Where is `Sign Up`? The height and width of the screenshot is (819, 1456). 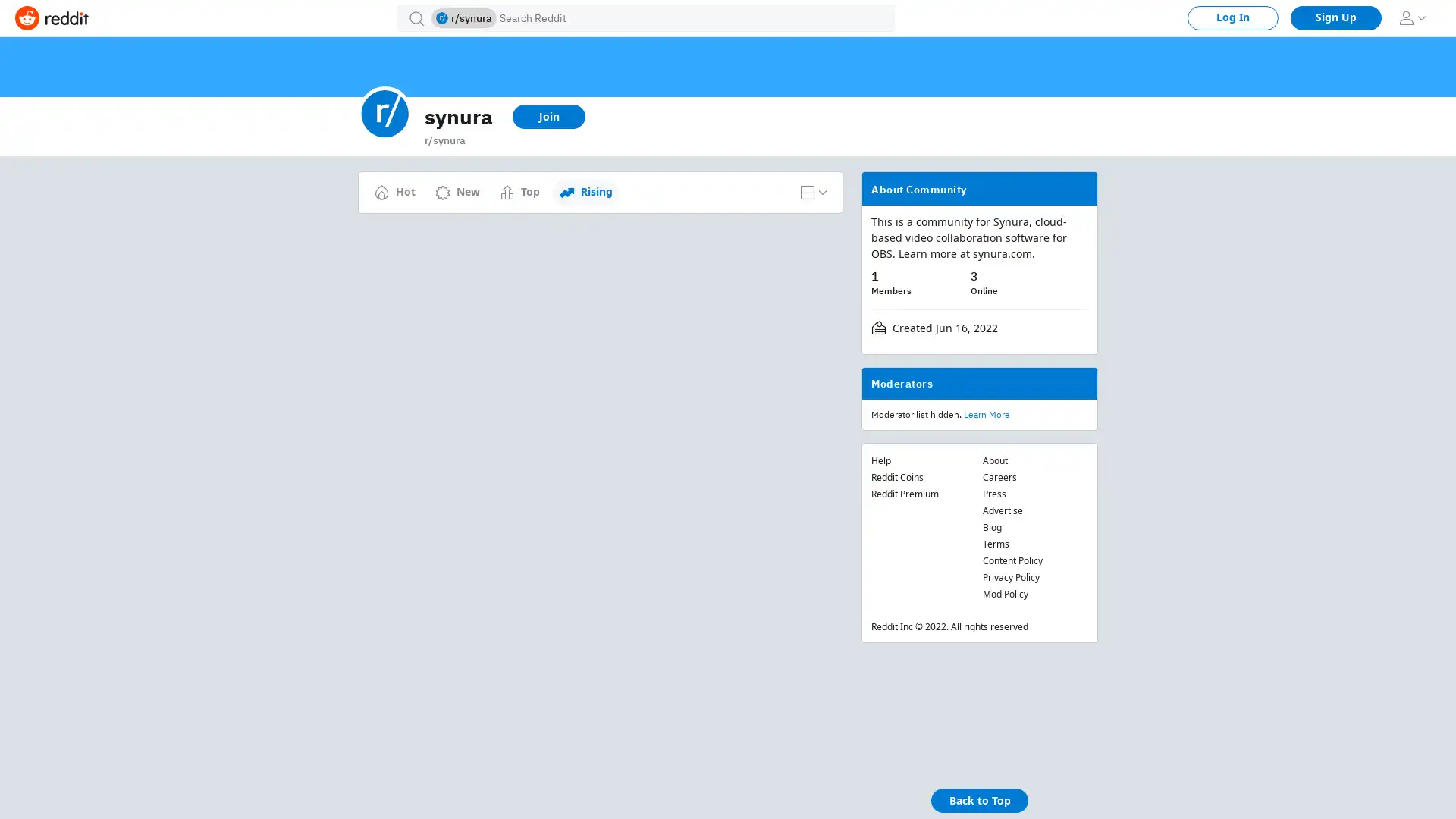
Sign Up is located at coordinates (1335, 17).